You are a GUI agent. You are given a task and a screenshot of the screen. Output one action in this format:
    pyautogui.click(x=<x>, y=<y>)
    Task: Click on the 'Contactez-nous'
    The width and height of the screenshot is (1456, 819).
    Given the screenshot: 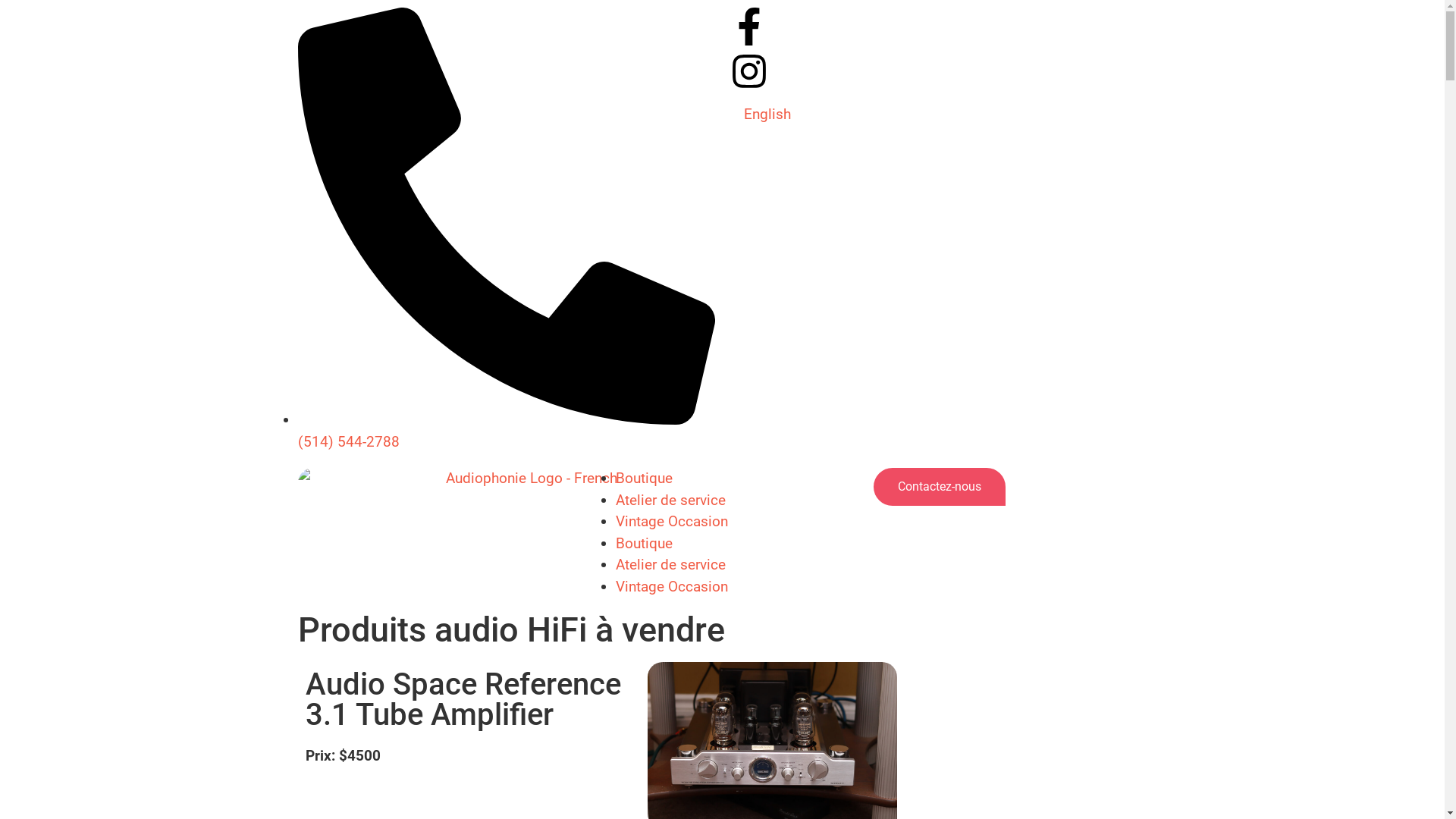 What is the action you would take?
    pyautogui.click(x=874, y=486)
    